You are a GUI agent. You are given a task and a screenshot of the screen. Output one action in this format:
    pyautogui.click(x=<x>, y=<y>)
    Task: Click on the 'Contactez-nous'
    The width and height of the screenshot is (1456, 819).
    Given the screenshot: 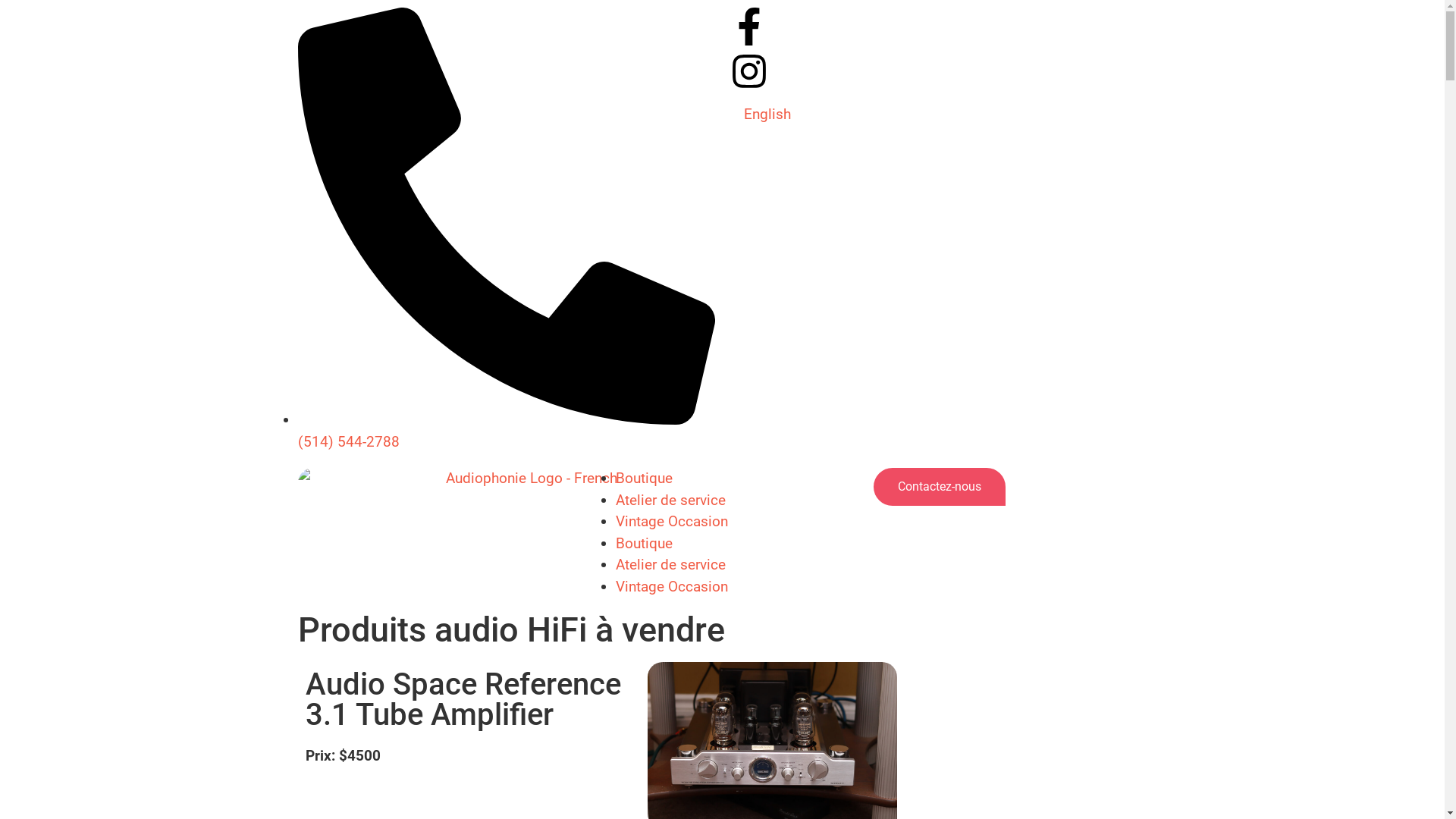 What is the action you would take?
    pyautogui.click(x=874, y=486)
    